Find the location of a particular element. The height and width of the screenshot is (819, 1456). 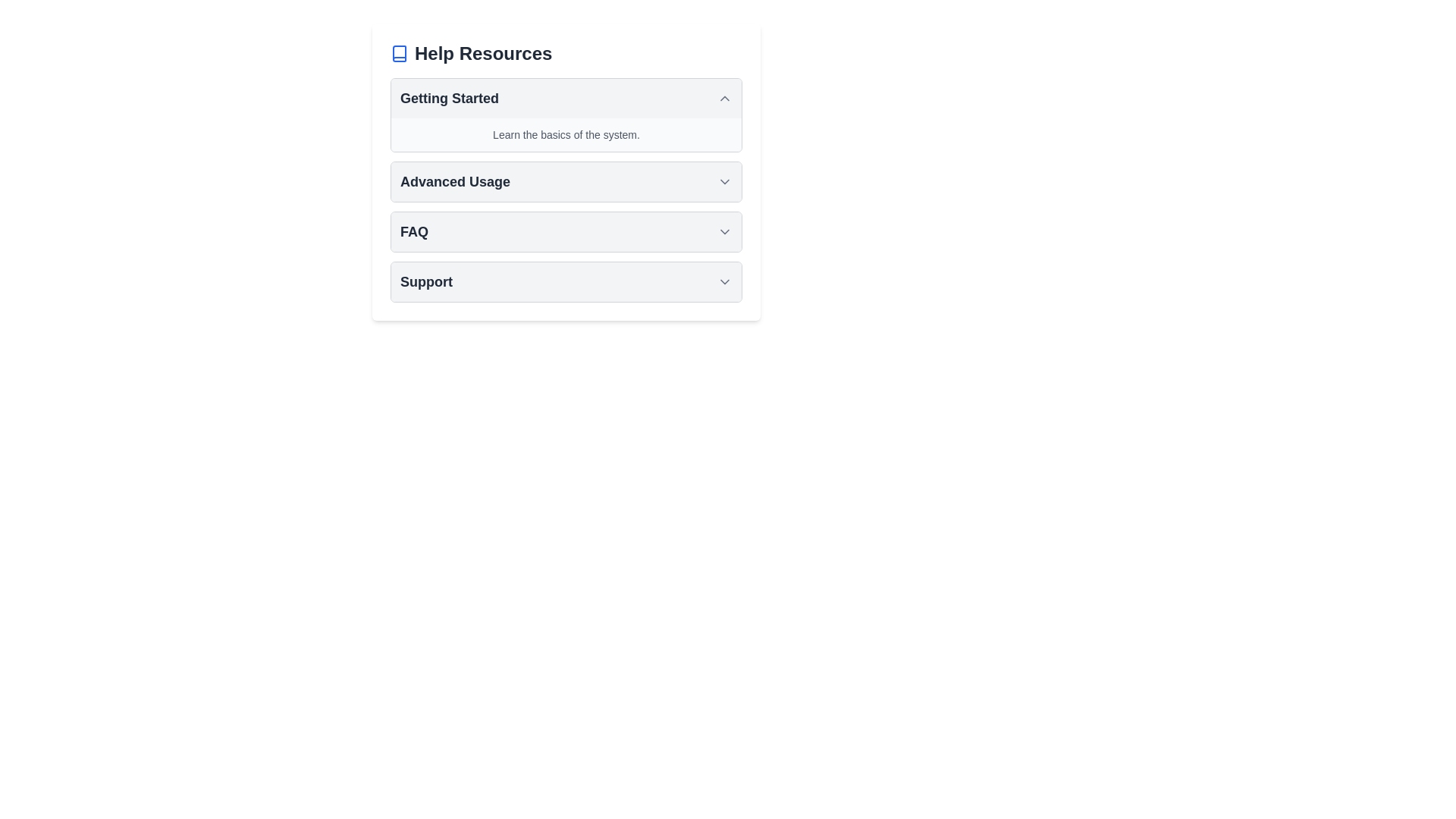

the blue book icon located to the left of the 'Help Resources' text for information is located at coordinates (400, 52).